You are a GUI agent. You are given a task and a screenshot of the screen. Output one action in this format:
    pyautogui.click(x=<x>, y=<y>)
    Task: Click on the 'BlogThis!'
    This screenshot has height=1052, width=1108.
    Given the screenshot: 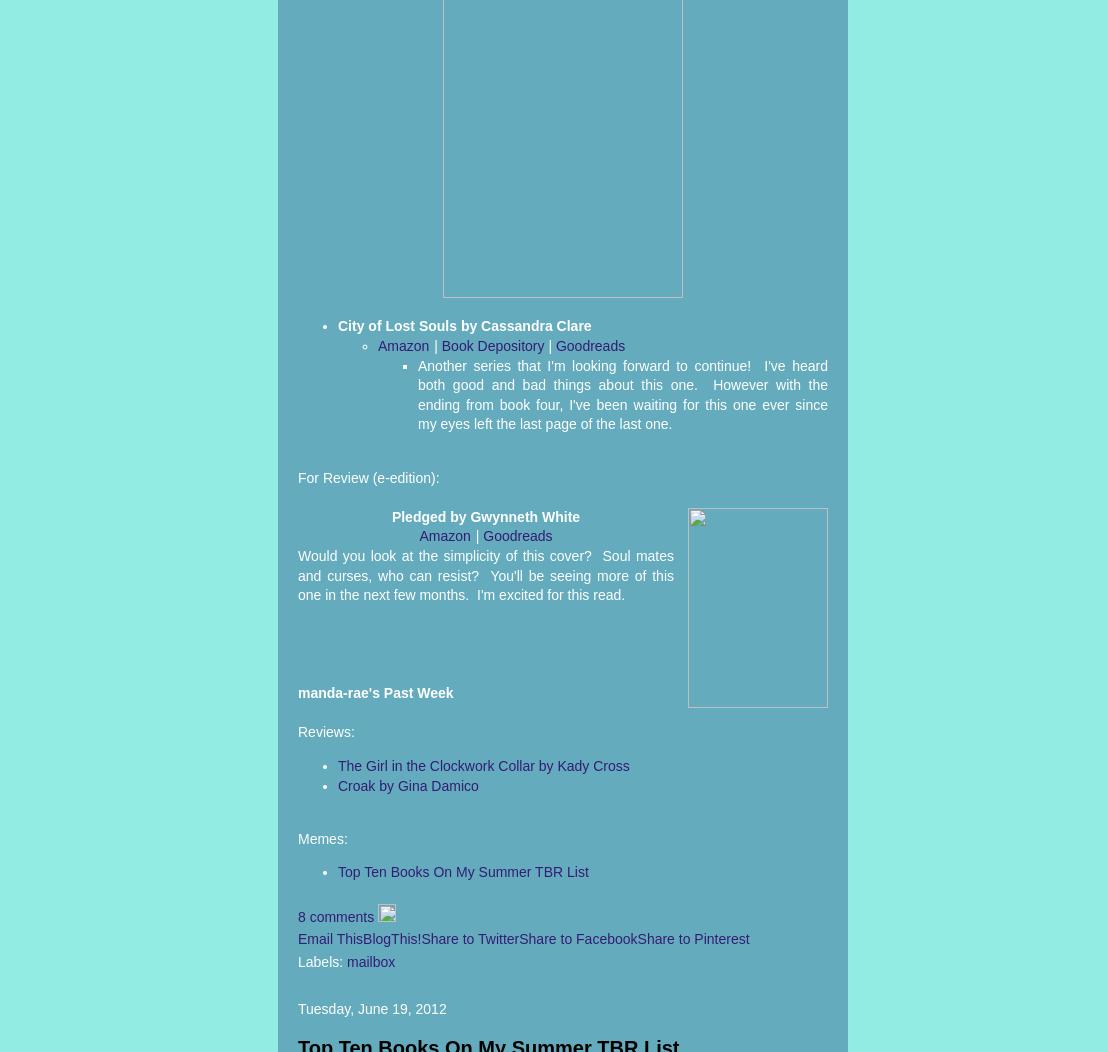 What is the action you would take?
    pyautogui.click(x=392, y=938)
    